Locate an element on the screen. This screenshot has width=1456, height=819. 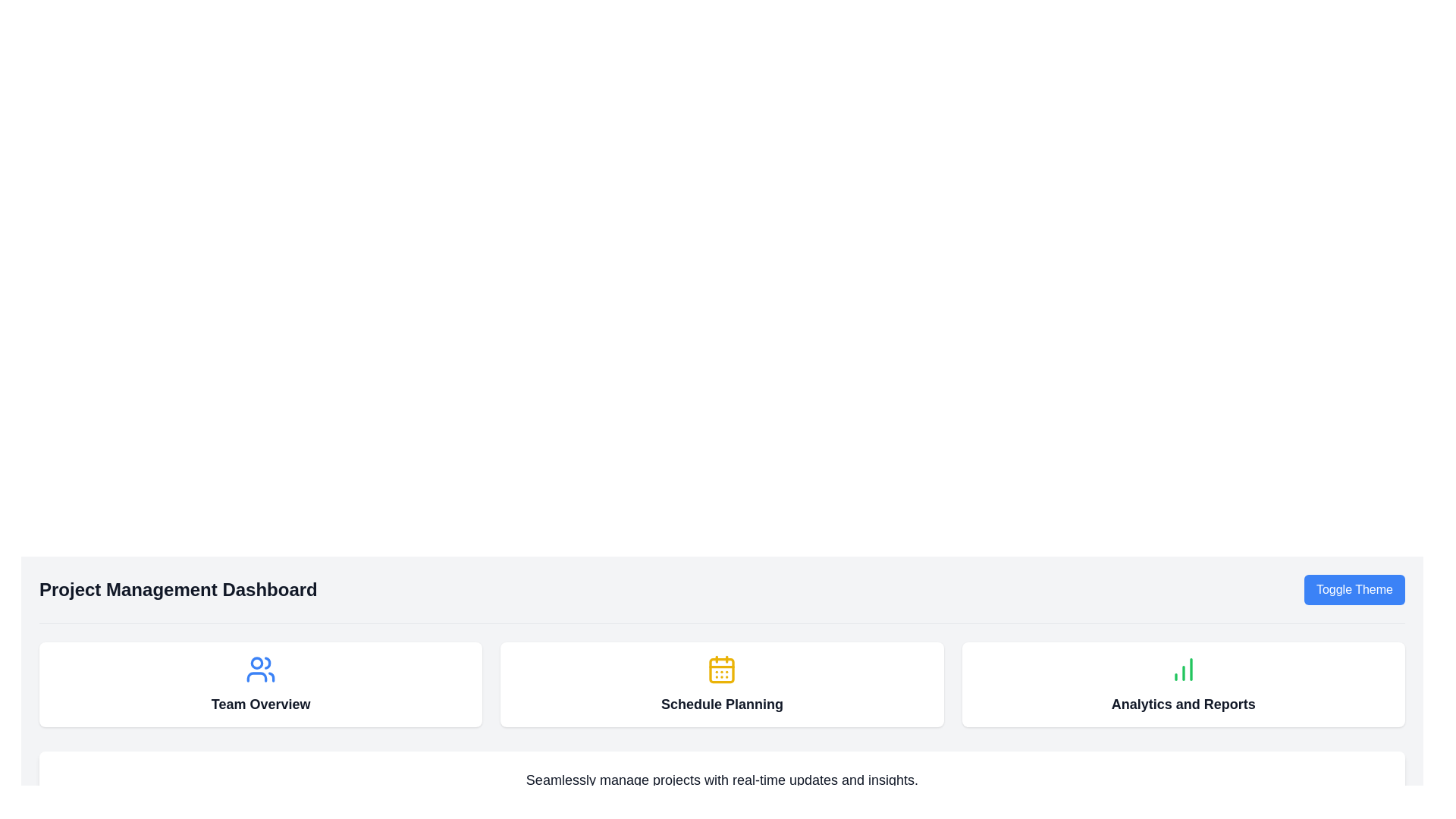
the 'Team Overview' icon, which is located at the center top of its rectangular card, to allow users to identify and navigate to this section is located at coordinates (261, 669).